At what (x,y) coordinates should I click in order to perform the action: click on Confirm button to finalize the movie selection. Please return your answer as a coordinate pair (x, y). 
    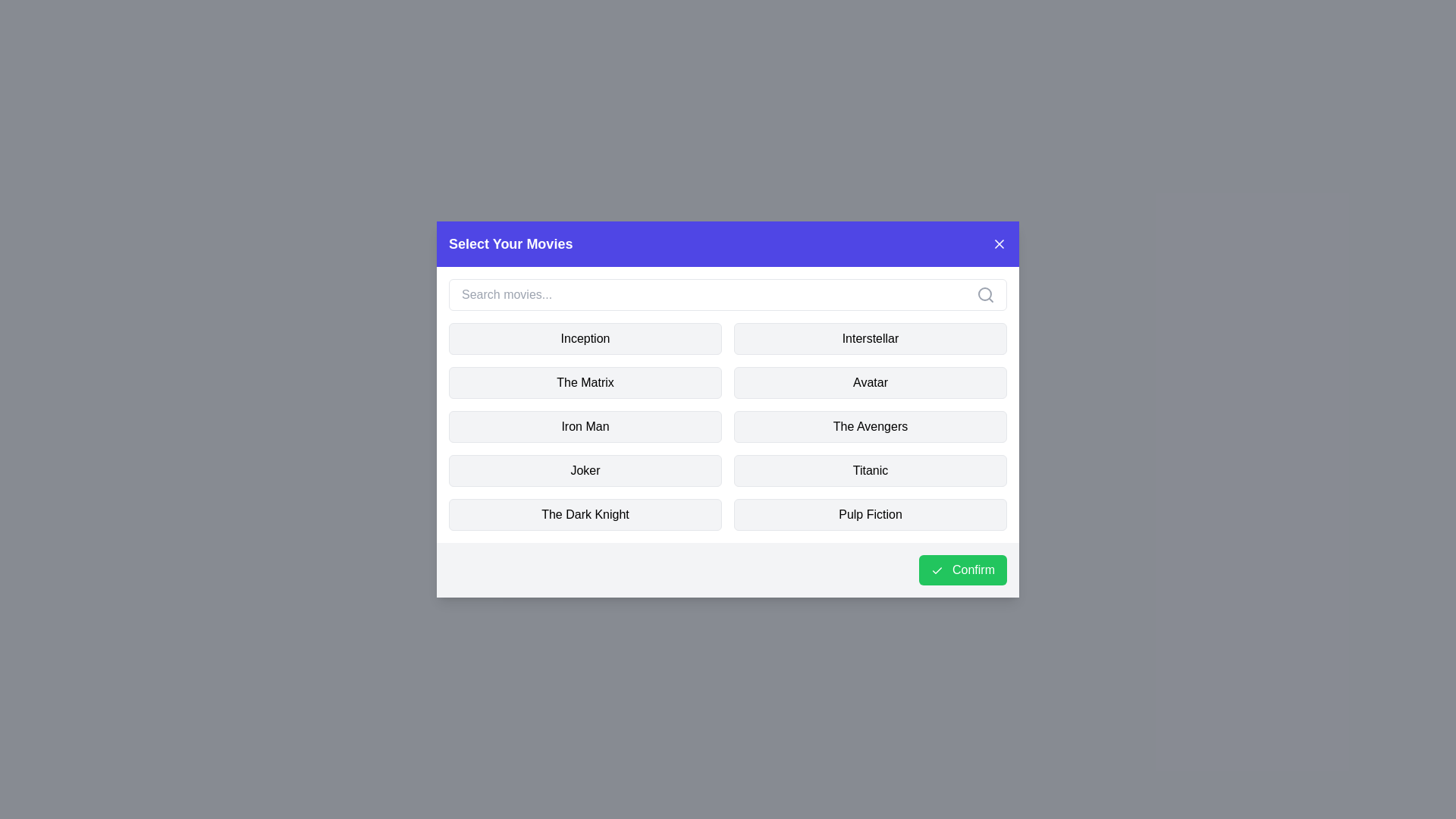
    Looking at the image, I should click on (962, 570).